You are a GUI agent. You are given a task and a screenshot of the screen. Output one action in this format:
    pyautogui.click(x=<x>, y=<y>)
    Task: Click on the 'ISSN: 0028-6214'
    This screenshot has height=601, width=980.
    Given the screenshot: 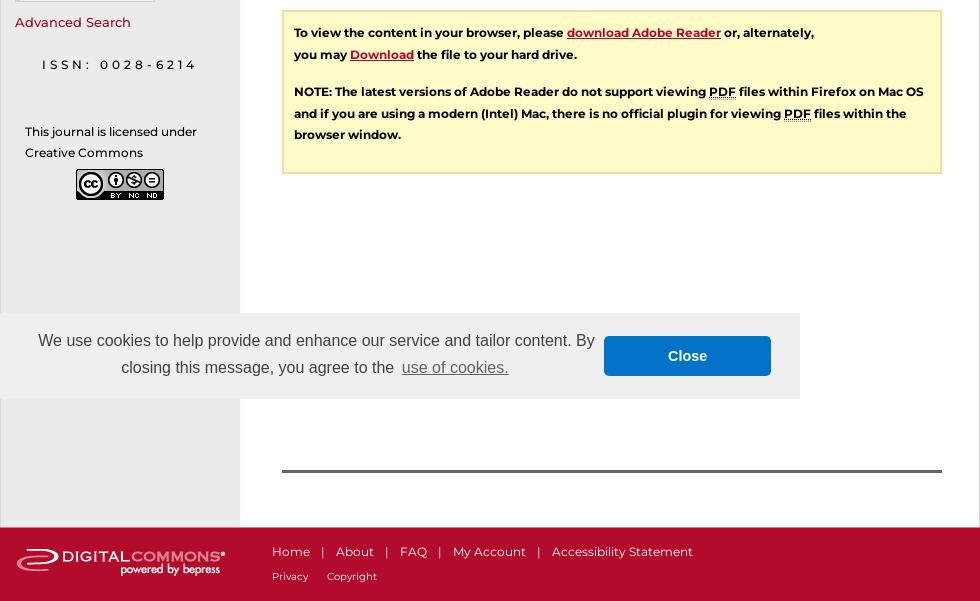 What is the action you would take?
    pyautogui.click(x=42, y=62)
    